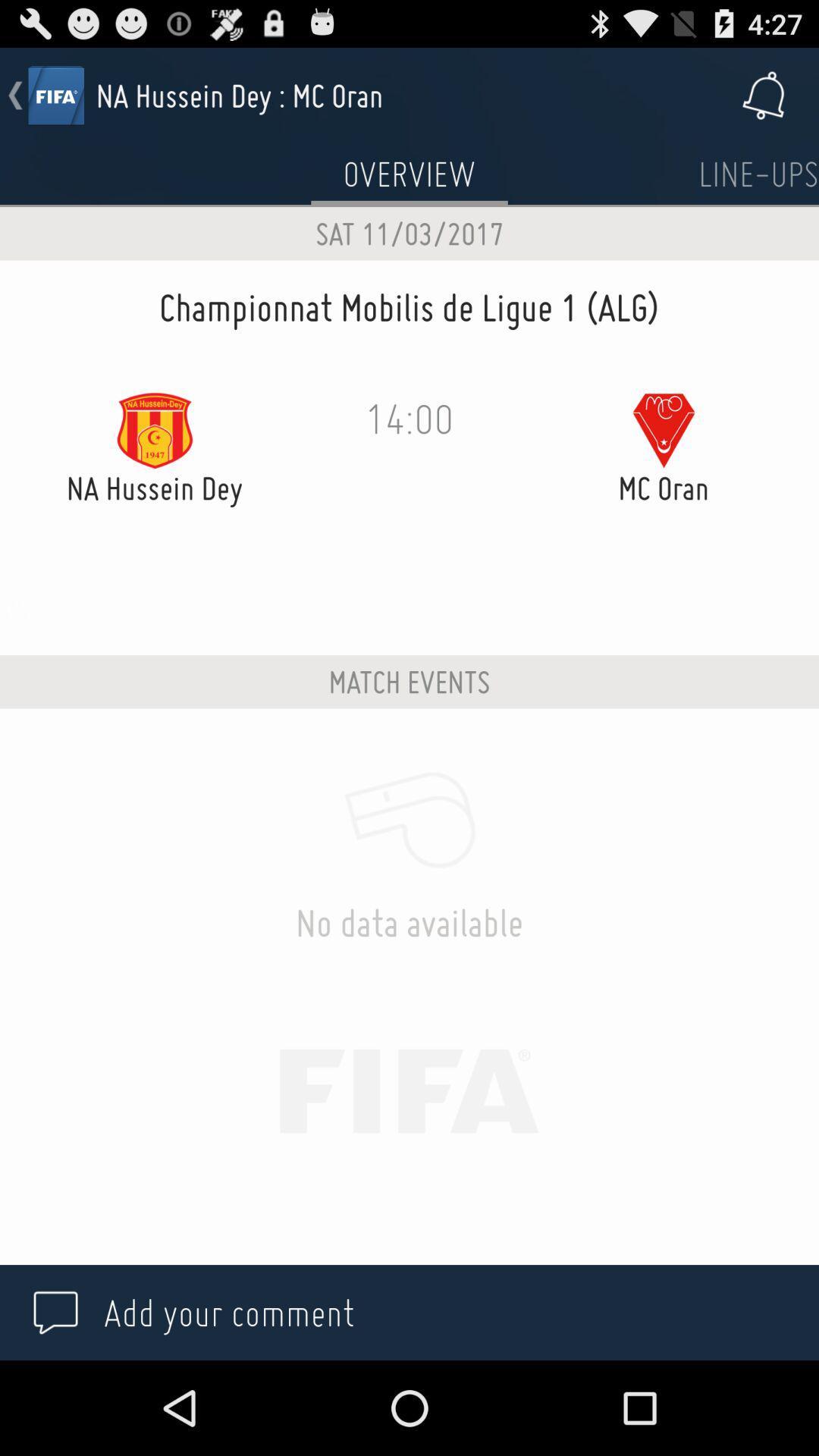  What do you see at coordinates (155, 429) in the screenshot?
I see `the icon above text na hussein dey` at bounding box center [155, 429].